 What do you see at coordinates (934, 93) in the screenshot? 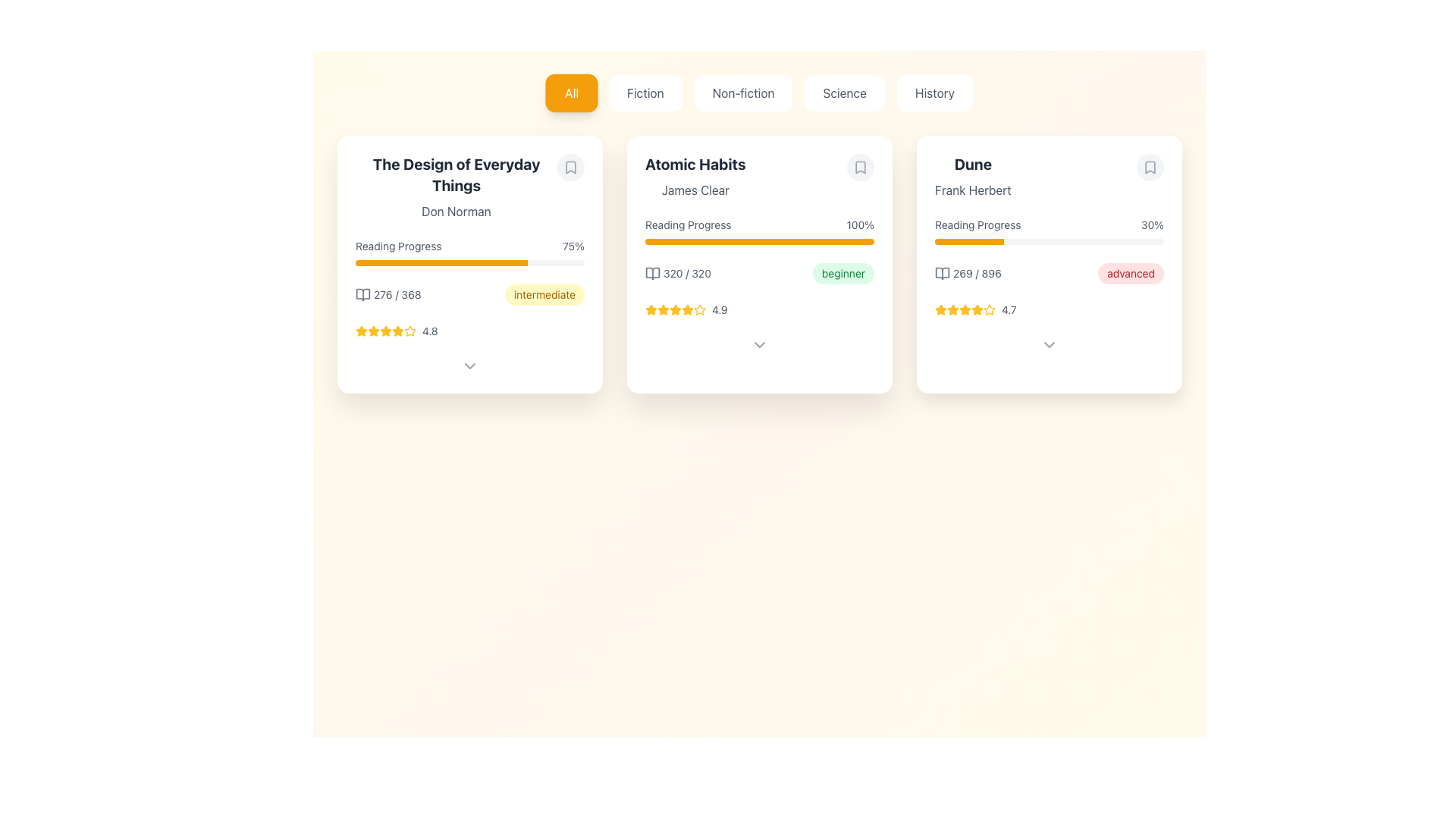
I see `the 'History' category selector button, which is the last item in a horizontal list of category buttons` at bounding box center [934, 93].